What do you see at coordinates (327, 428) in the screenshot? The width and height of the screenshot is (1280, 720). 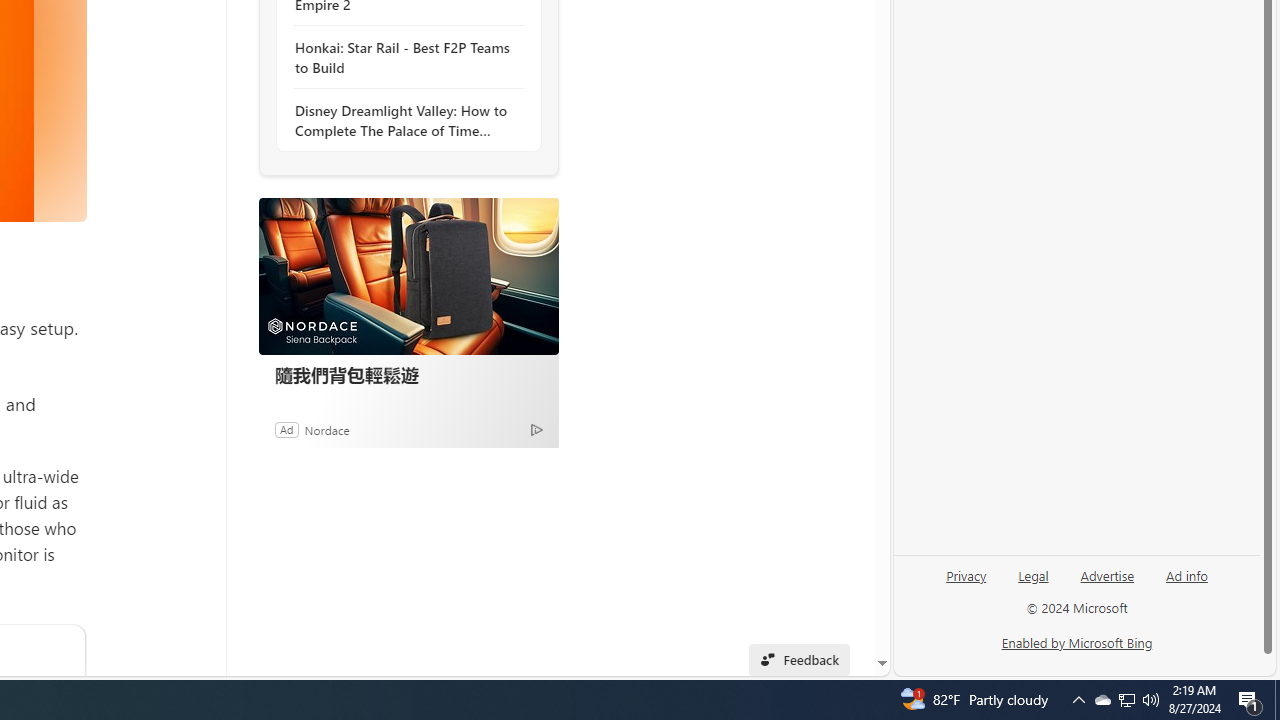 I see `'Nordace'` at bounding box center [327, 428].